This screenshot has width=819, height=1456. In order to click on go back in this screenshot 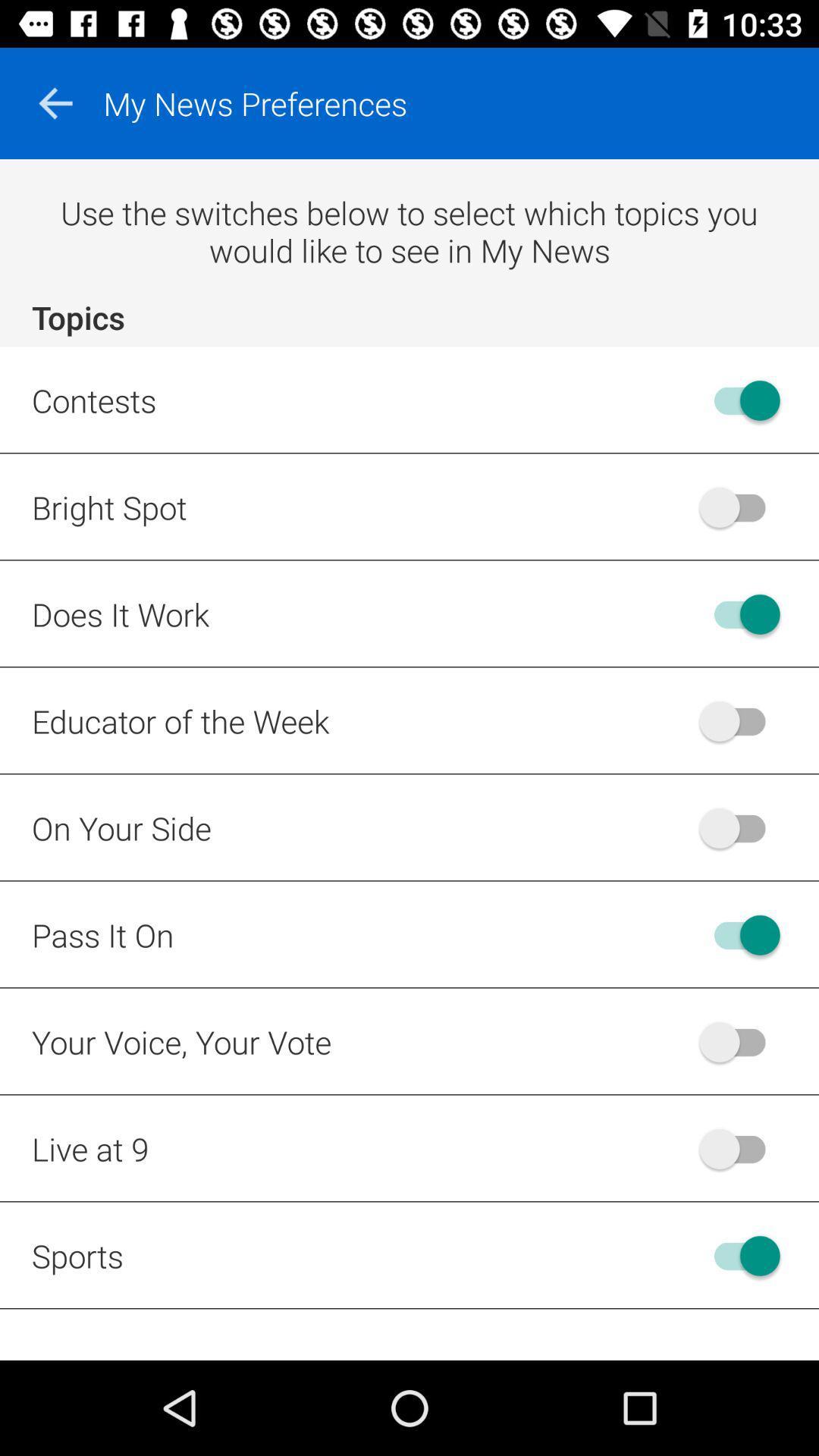, I will do `click(55, 102)`.